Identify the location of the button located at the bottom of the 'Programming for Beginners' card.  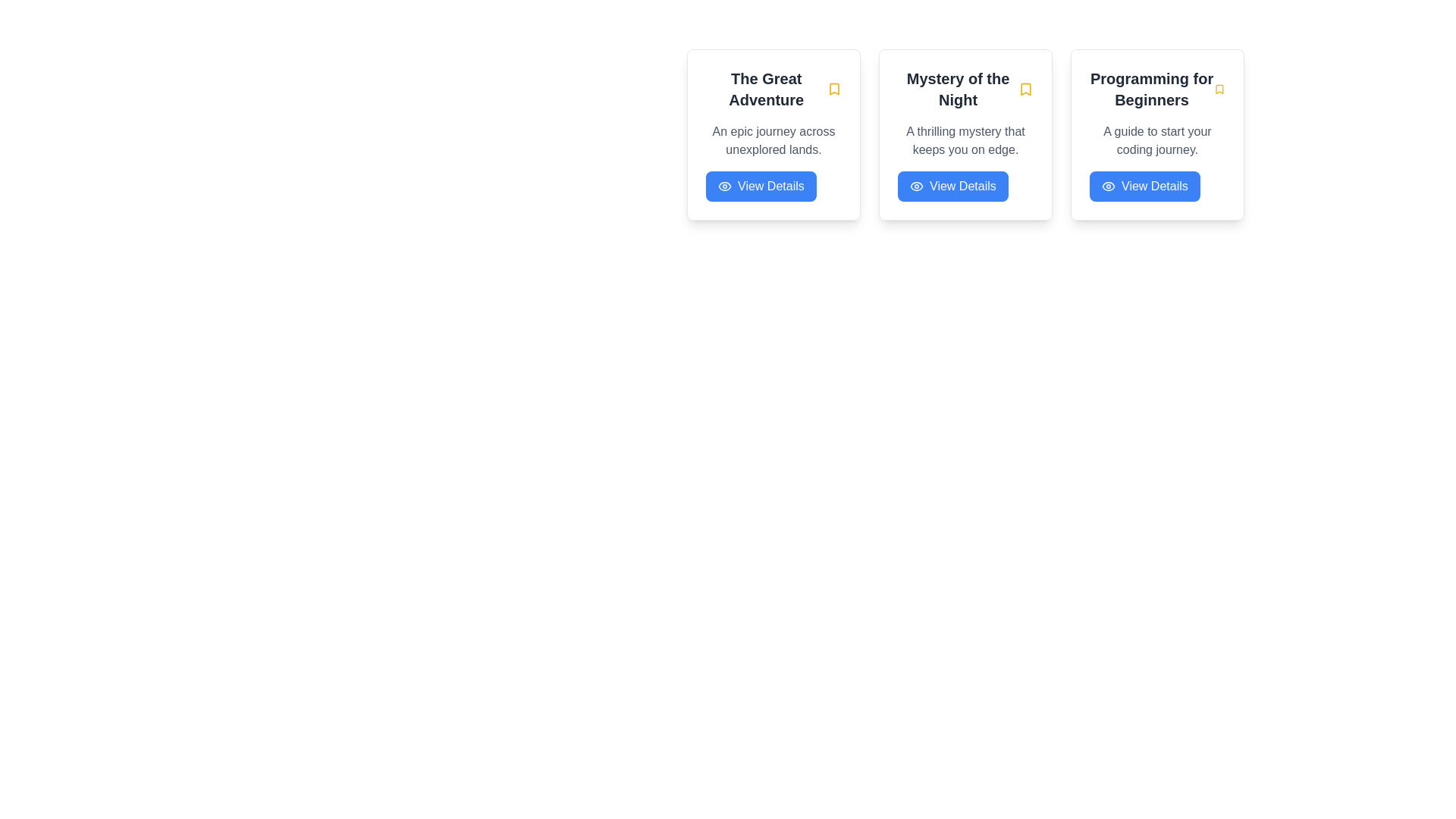
(1144, 186).